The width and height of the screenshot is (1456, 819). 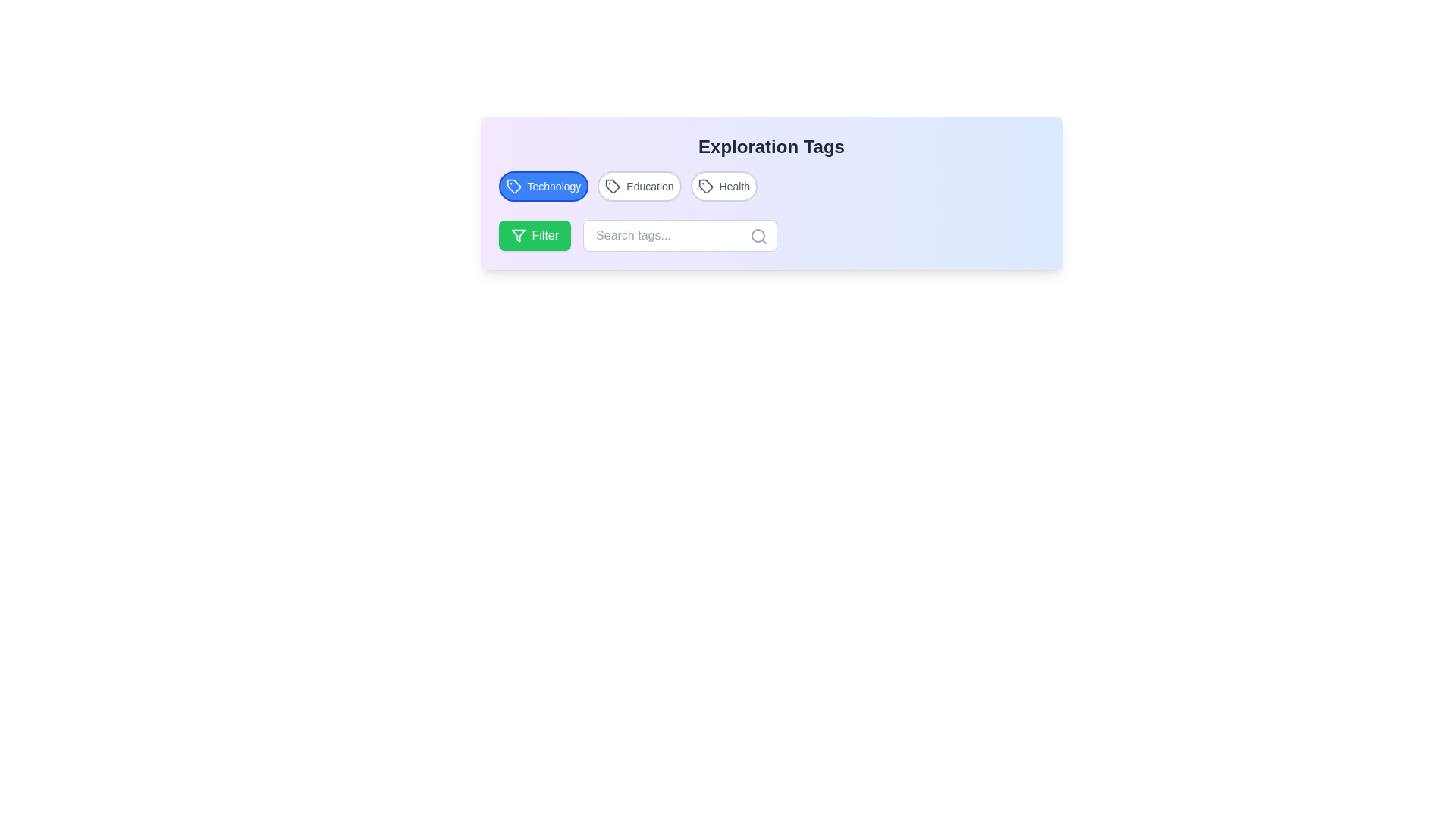 What do you see at coordinates (535, 236) in the screenshot?
I see `the filter button` at bounding box center [535, 236].